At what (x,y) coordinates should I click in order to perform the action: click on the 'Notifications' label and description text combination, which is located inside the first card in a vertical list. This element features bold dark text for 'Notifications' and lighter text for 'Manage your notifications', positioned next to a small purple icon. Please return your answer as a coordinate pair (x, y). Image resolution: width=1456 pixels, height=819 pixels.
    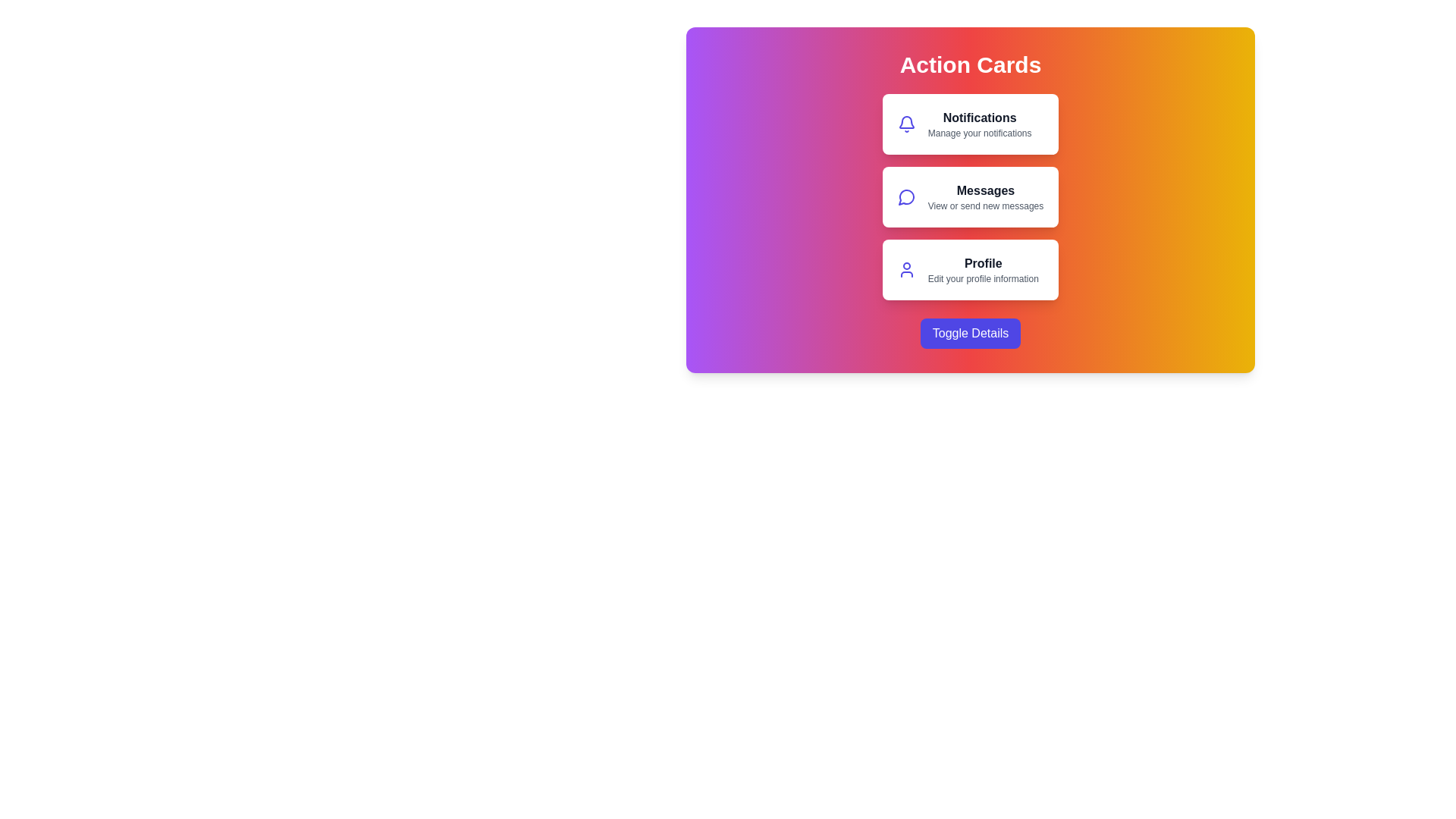
    Looking at the image, I should click on (980, 124).